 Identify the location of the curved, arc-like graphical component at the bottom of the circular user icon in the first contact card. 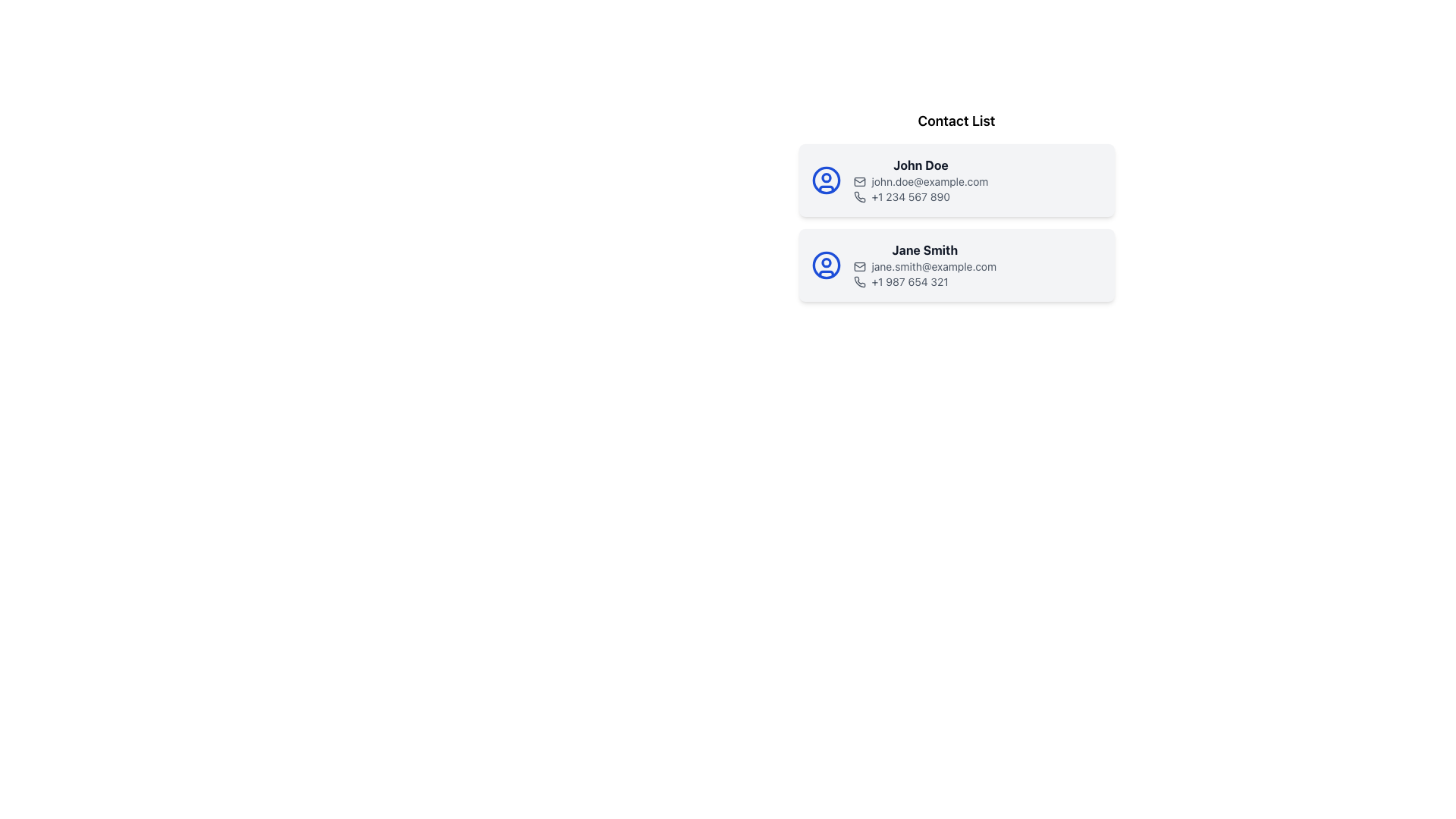
(825, 188).